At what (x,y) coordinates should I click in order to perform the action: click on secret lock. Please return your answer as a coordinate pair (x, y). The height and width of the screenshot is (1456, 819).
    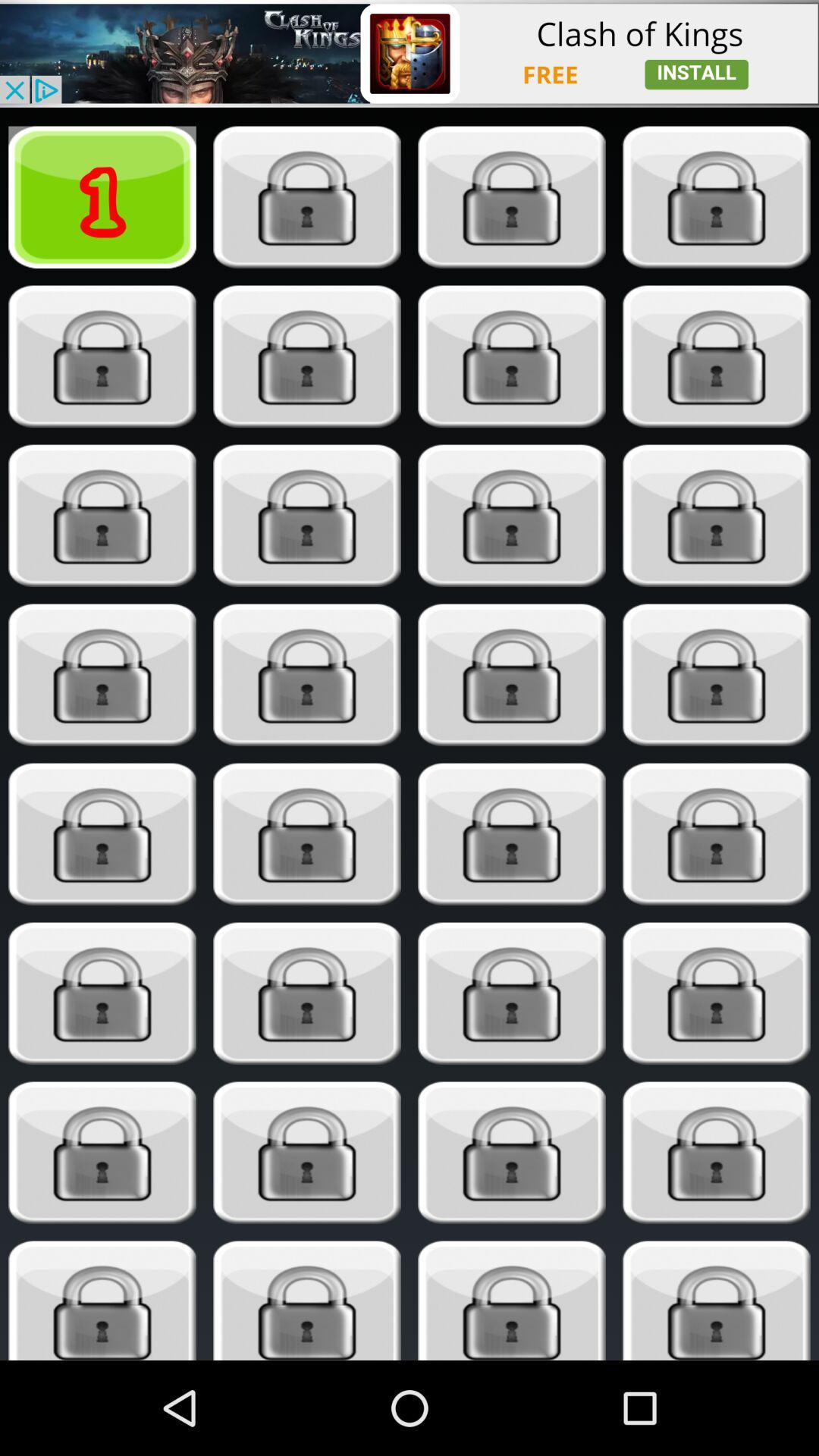
    Looking at the image, I should click on (307, 1153).